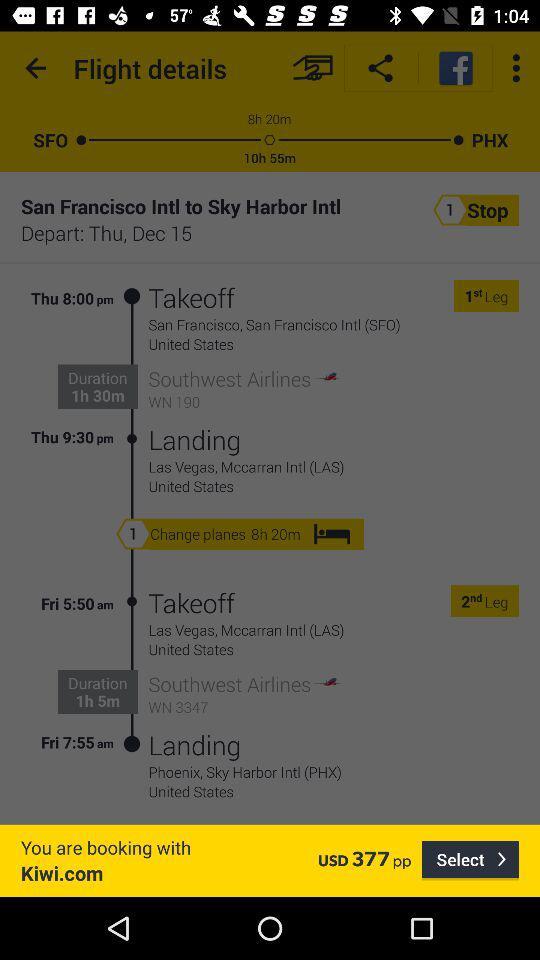 The height and width of the screenshot is (960, 540). I want to click on checkout, so click(312, 68).